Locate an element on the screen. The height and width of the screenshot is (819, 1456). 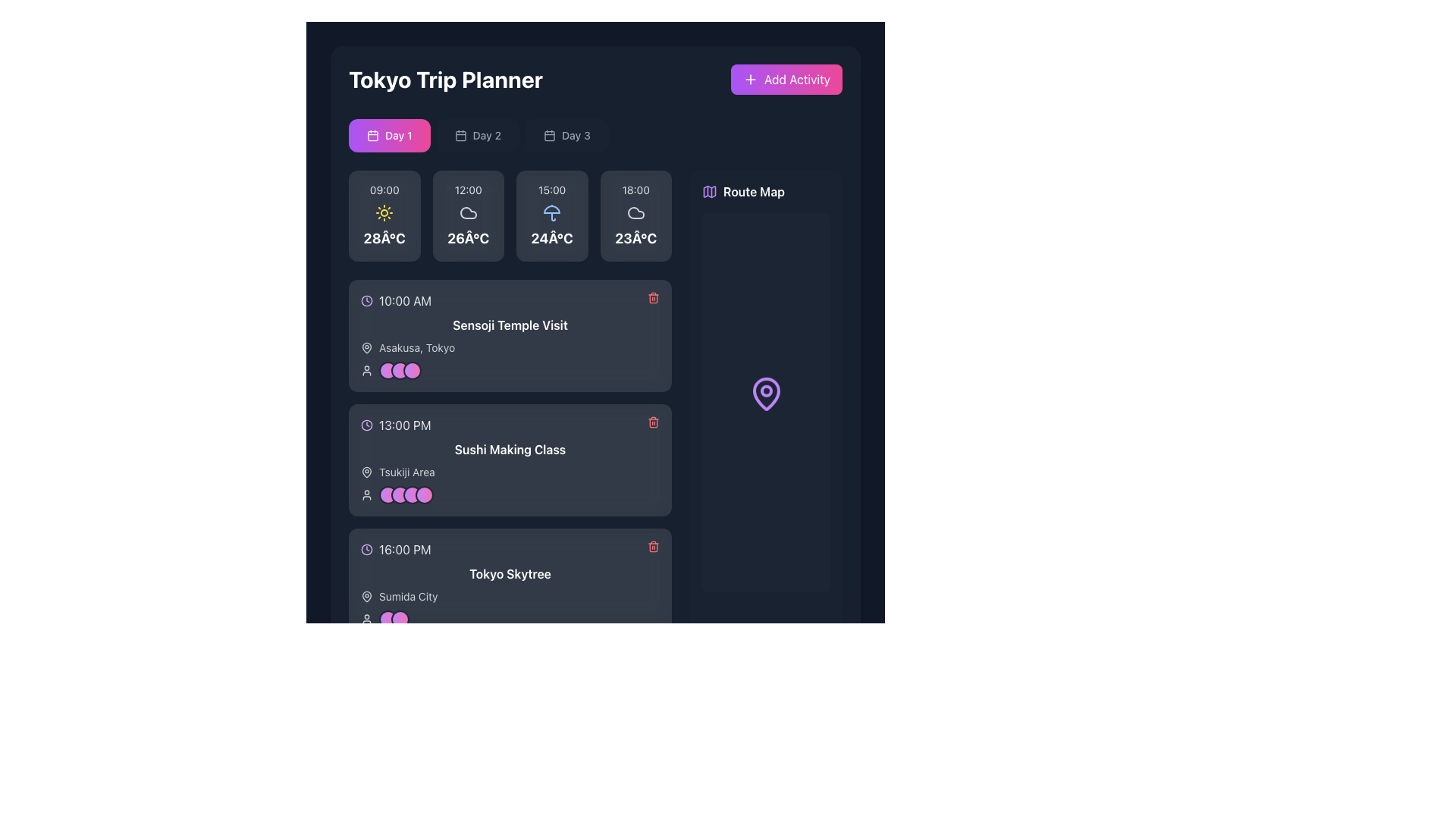
the button used to initiate adding a new activity to the trip planner, located at the top-right corner adjacent to 'Tokyo Trip Planner' is located at coordinates (786, 79).